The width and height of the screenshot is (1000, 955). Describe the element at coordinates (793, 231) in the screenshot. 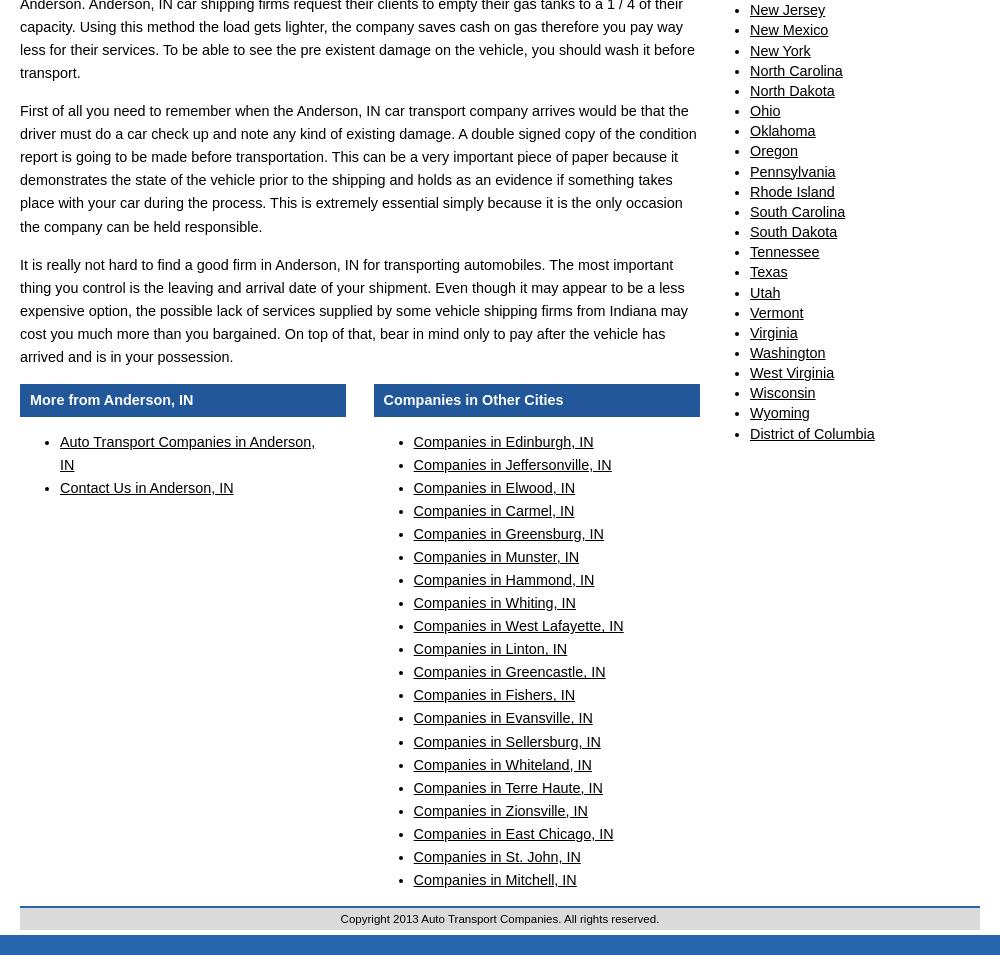

I see `'South Dakota'` at that location.